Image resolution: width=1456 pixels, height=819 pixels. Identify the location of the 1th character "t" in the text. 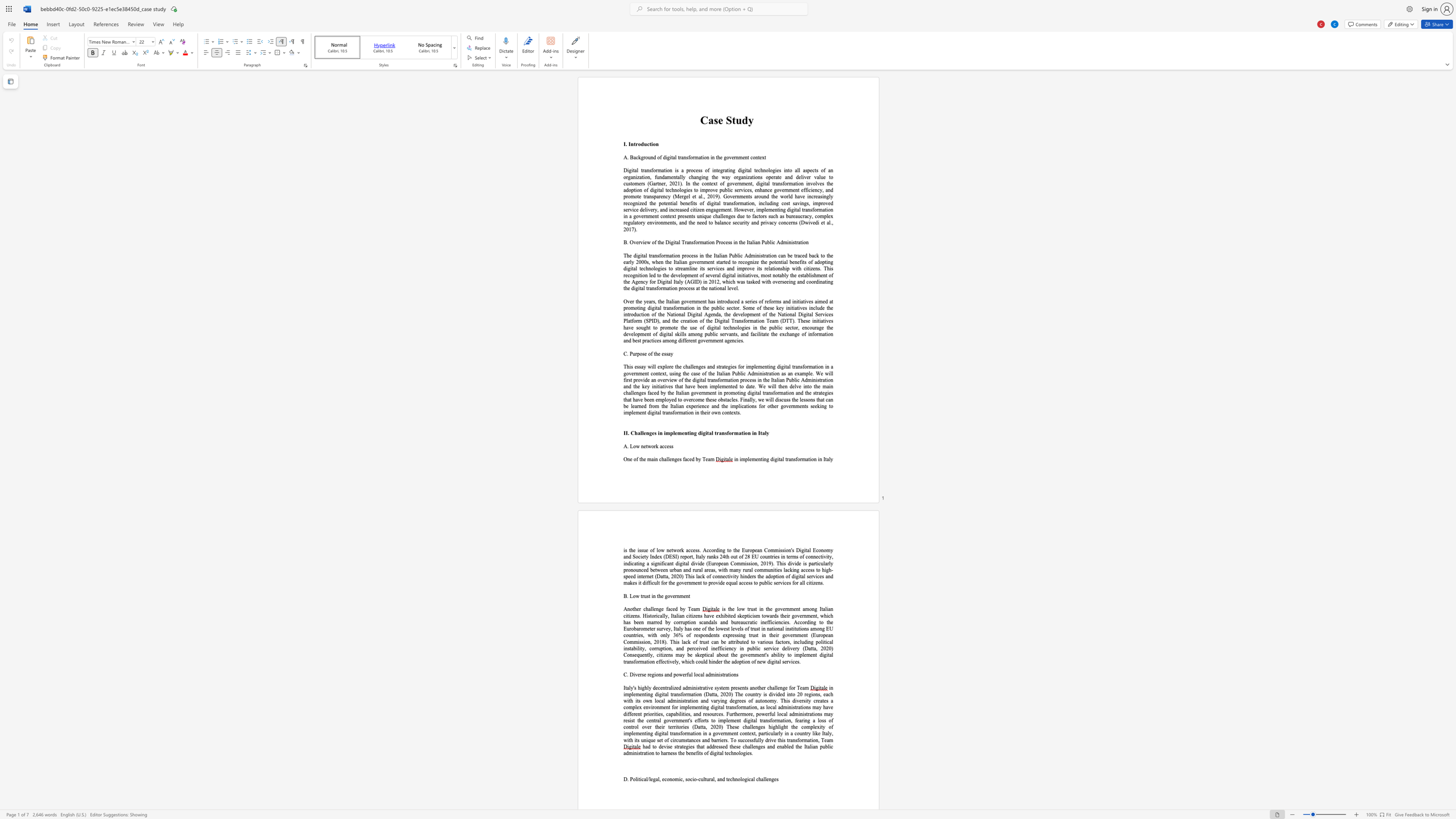
(733, 120).